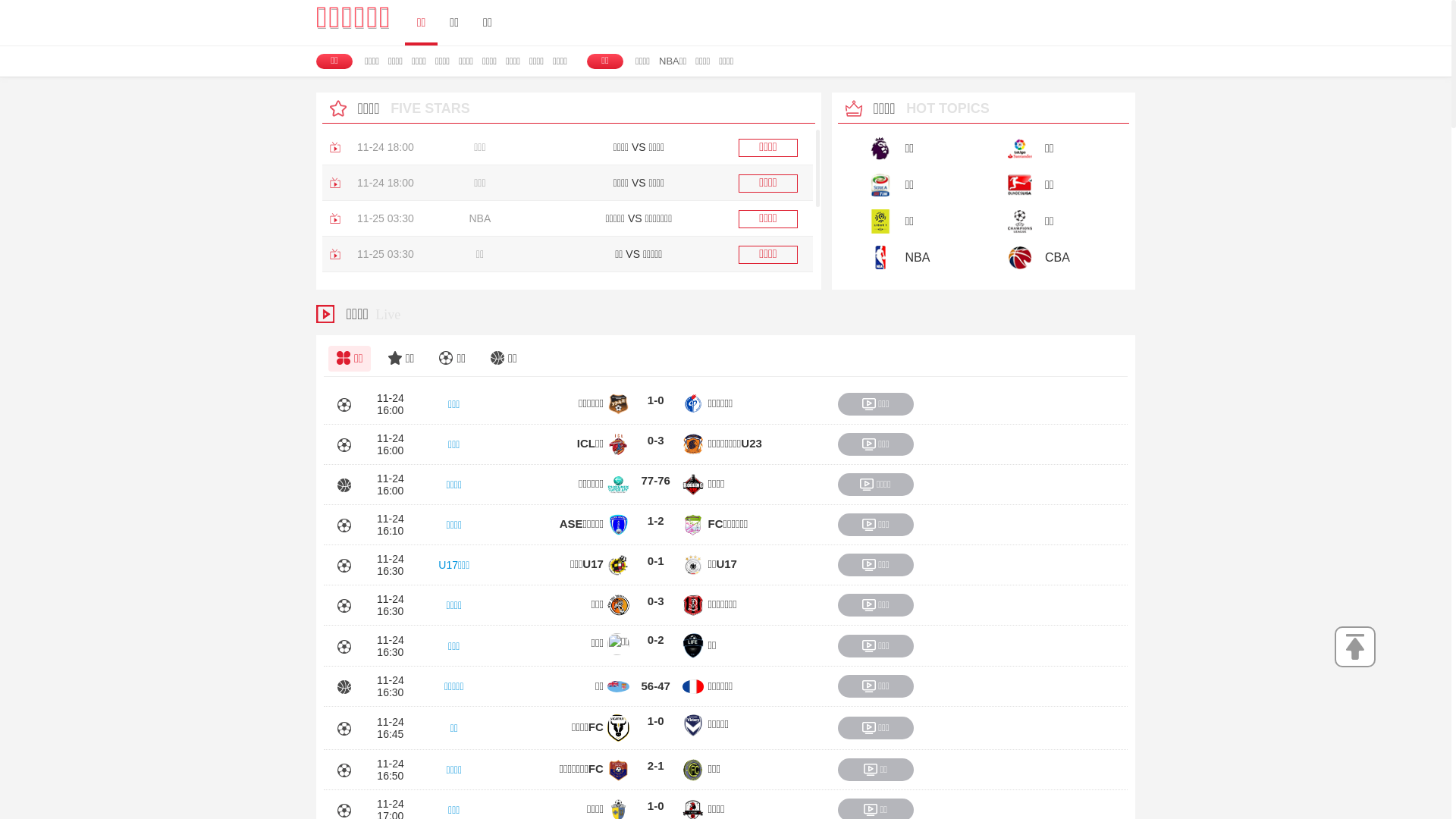 The image size is (1456, 819). What do you see at coordinates (977, 256) in the screenshot?
I see `'CBA'` at bounding box center [977, 256].